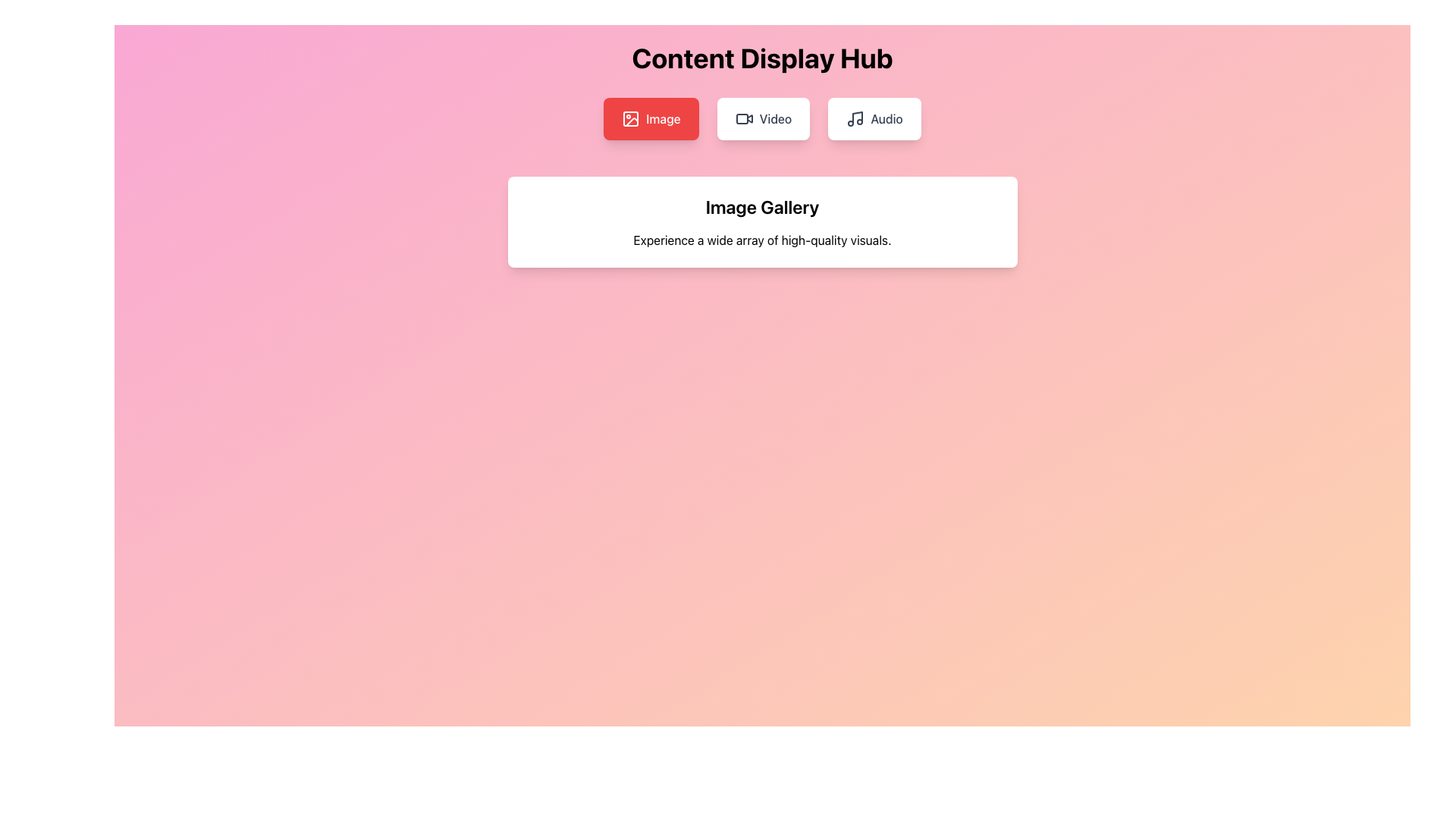  Describe the element at coordinates (764, 118) in the screenshot. I see `the 'Video' button in the Content Display Hub` at that location.